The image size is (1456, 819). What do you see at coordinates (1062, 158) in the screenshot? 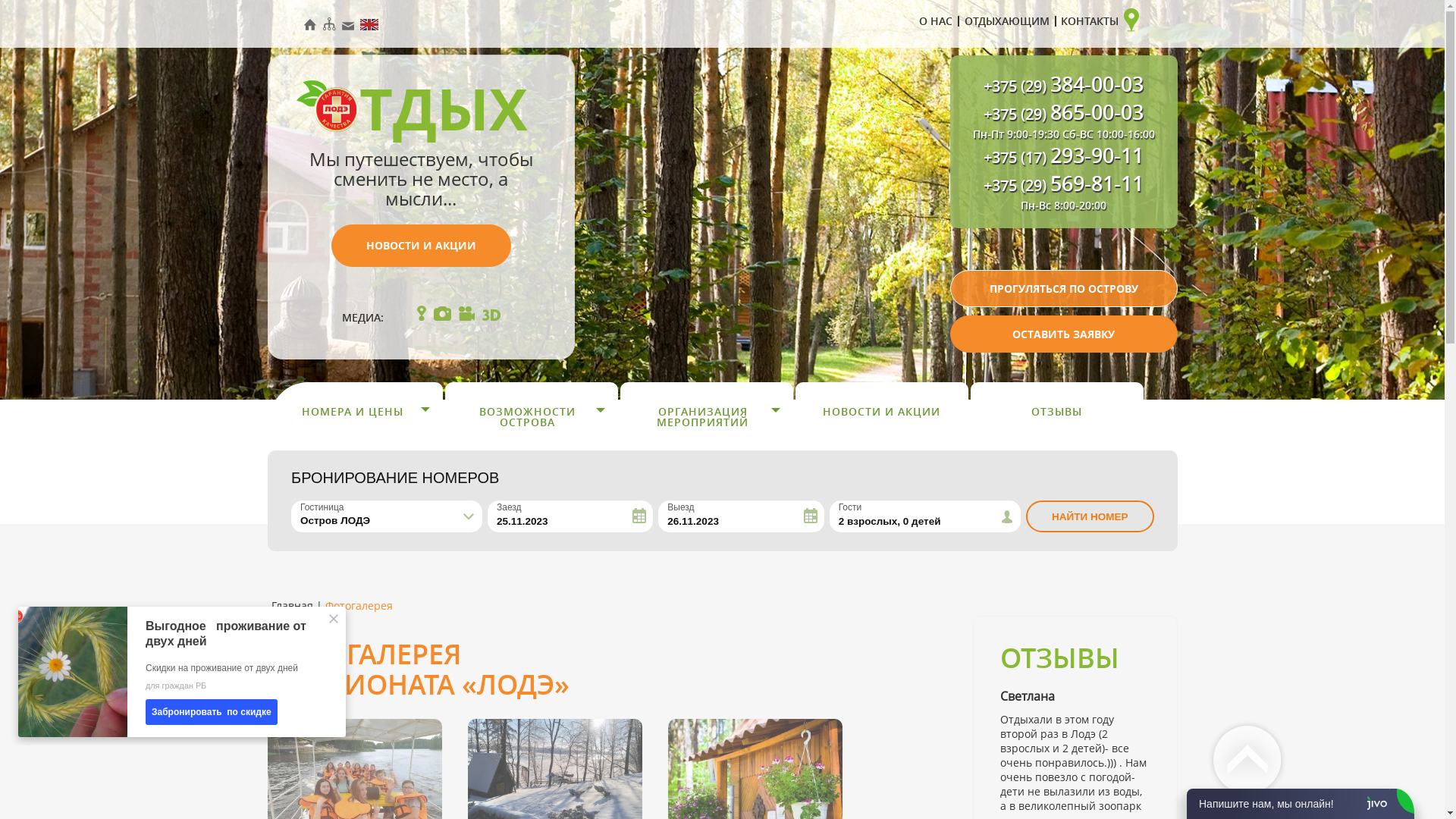
I see `'+375 (17) 293-90-11'` at bounding box center [1062, 158].